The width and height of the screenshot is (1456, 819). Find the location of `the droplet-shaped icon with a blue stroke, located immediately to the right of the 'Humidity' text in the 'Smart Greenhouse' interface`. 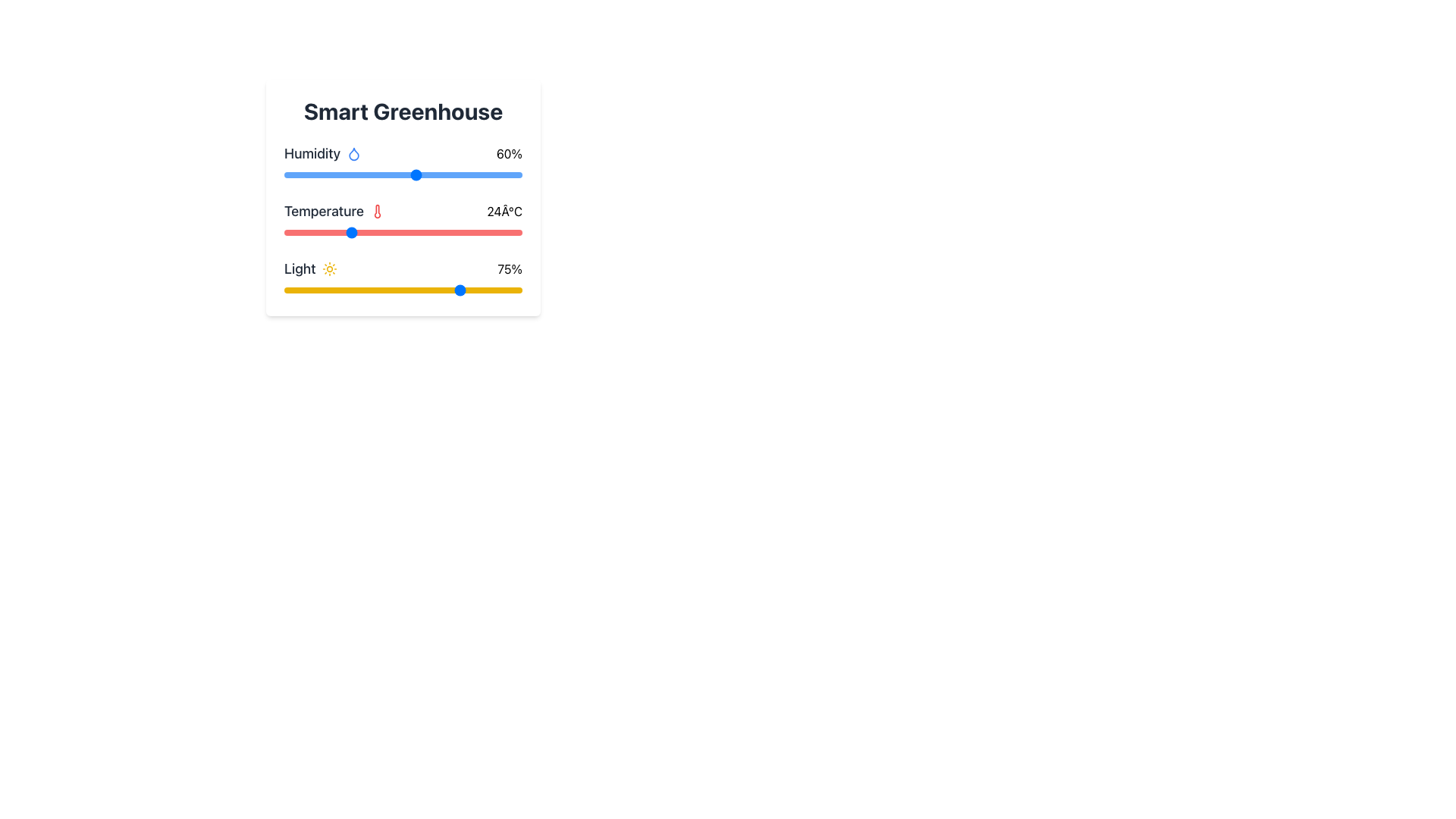

the droplet-shaped icon with a blue stroke, located immediately to the right of the 'Humidity' text in the 'Smart Greenhouse' interface is located at coordinates (353, 154).